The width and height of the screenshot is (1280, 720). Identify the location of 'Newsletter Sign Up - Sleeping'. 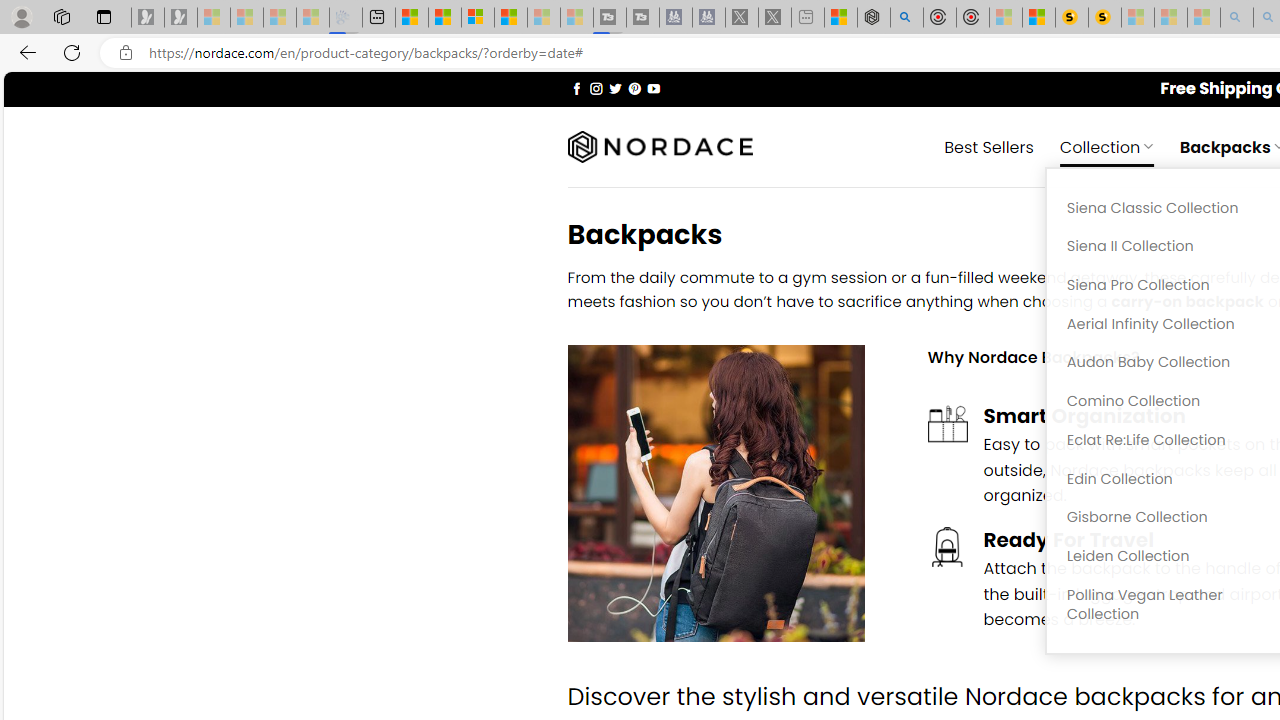
(181, 17).